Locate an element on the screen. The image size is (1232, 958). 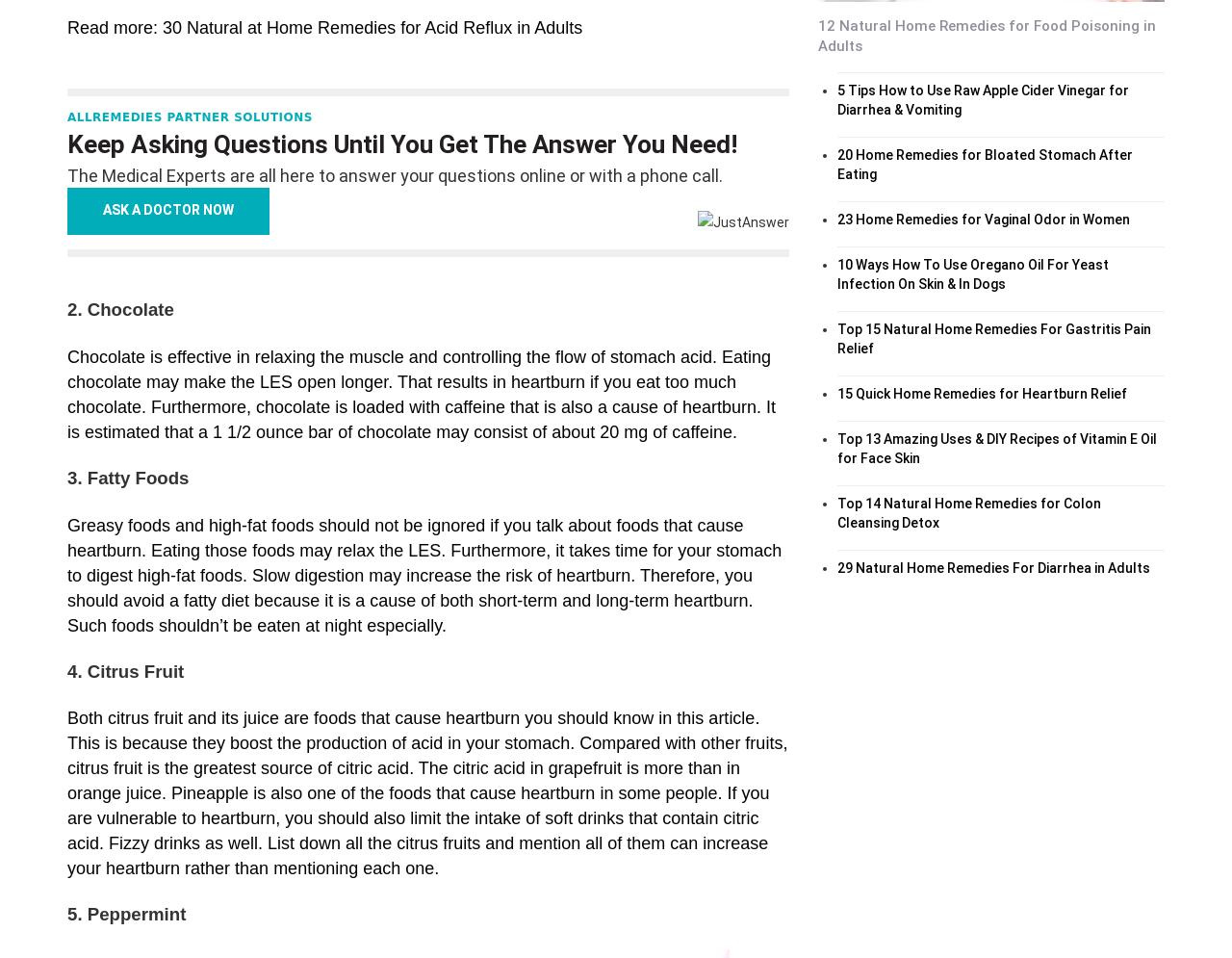
'23 Home Remedies for Vaginal Odor in Women' is located at coordinates (983, 217).